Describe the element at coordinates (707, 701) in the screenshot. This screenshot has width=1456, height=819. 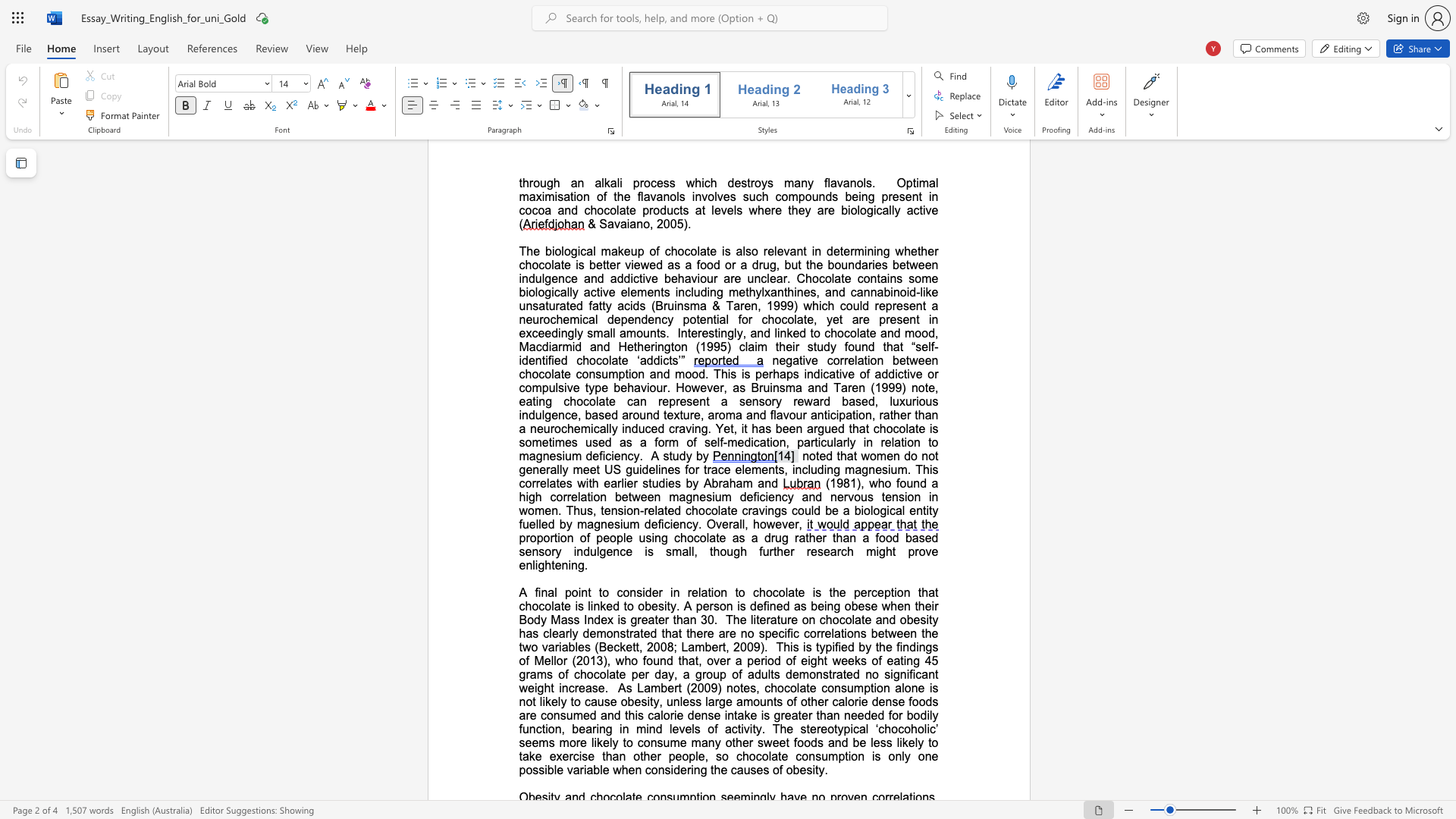
I see `the subset text "arge am" within the text "large amounts"` at that location.